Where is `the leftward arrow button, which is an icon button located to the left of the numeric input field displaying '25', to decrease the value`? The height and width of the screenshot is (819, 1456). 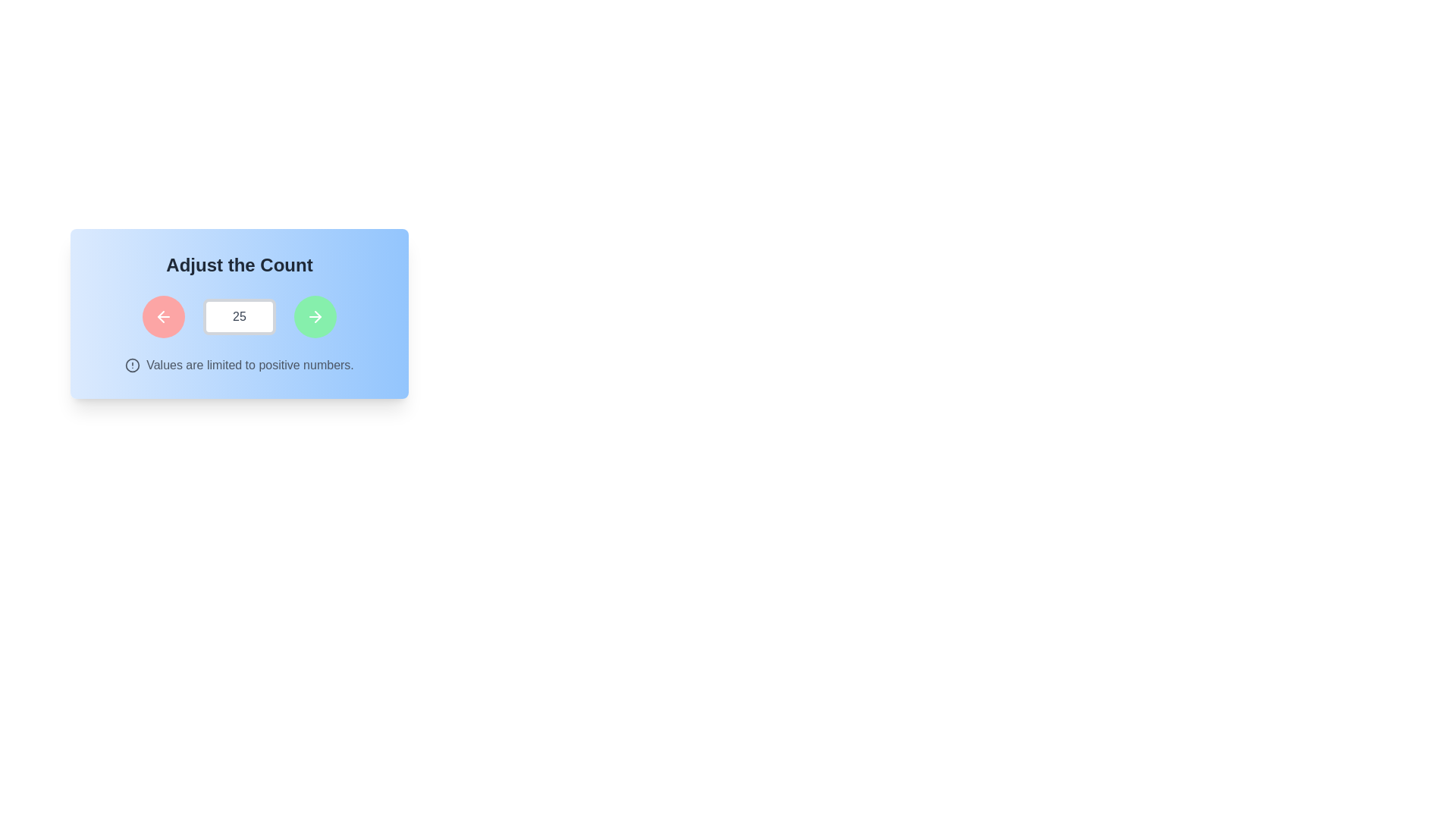 the leftward arrow button, which is an icon button located to the left of the numeric input field displaying '25', to decrease the value is located at coordinates (161, 315).